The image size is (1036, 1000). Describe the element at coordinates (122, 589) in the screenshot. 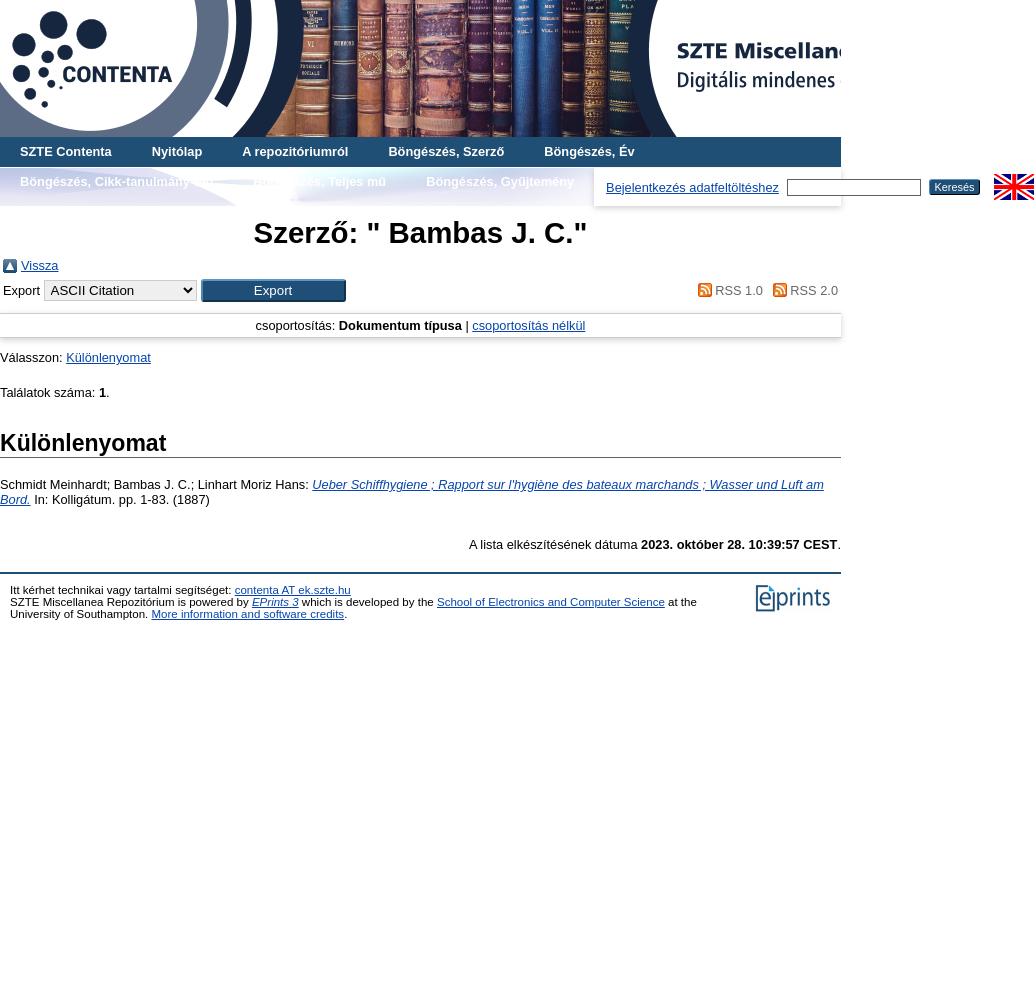

I see `'Itt kérhet technikai vagy tartalmi segítséget:'` at that location.